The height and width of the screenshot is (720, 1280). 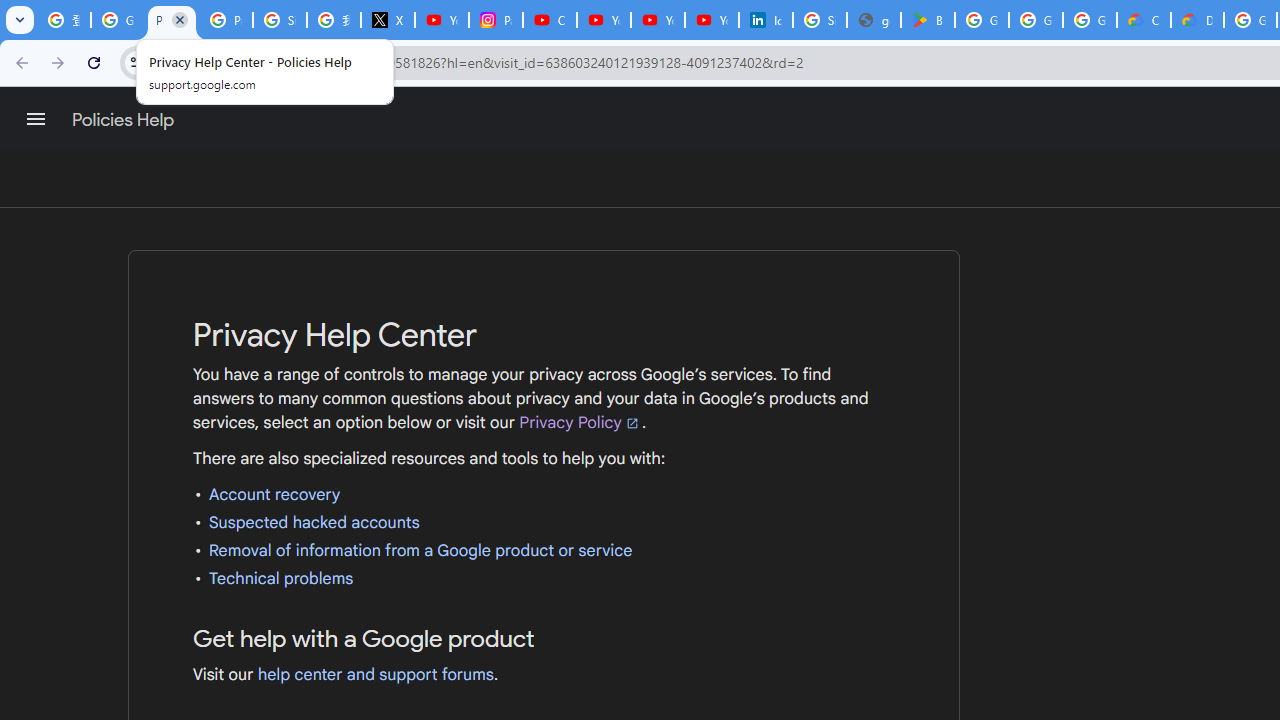 What do you see at coordinates (819, 20) in the screenshot?
I see `'Sign in - Google Accounts'` at bounding box center [819, 20].